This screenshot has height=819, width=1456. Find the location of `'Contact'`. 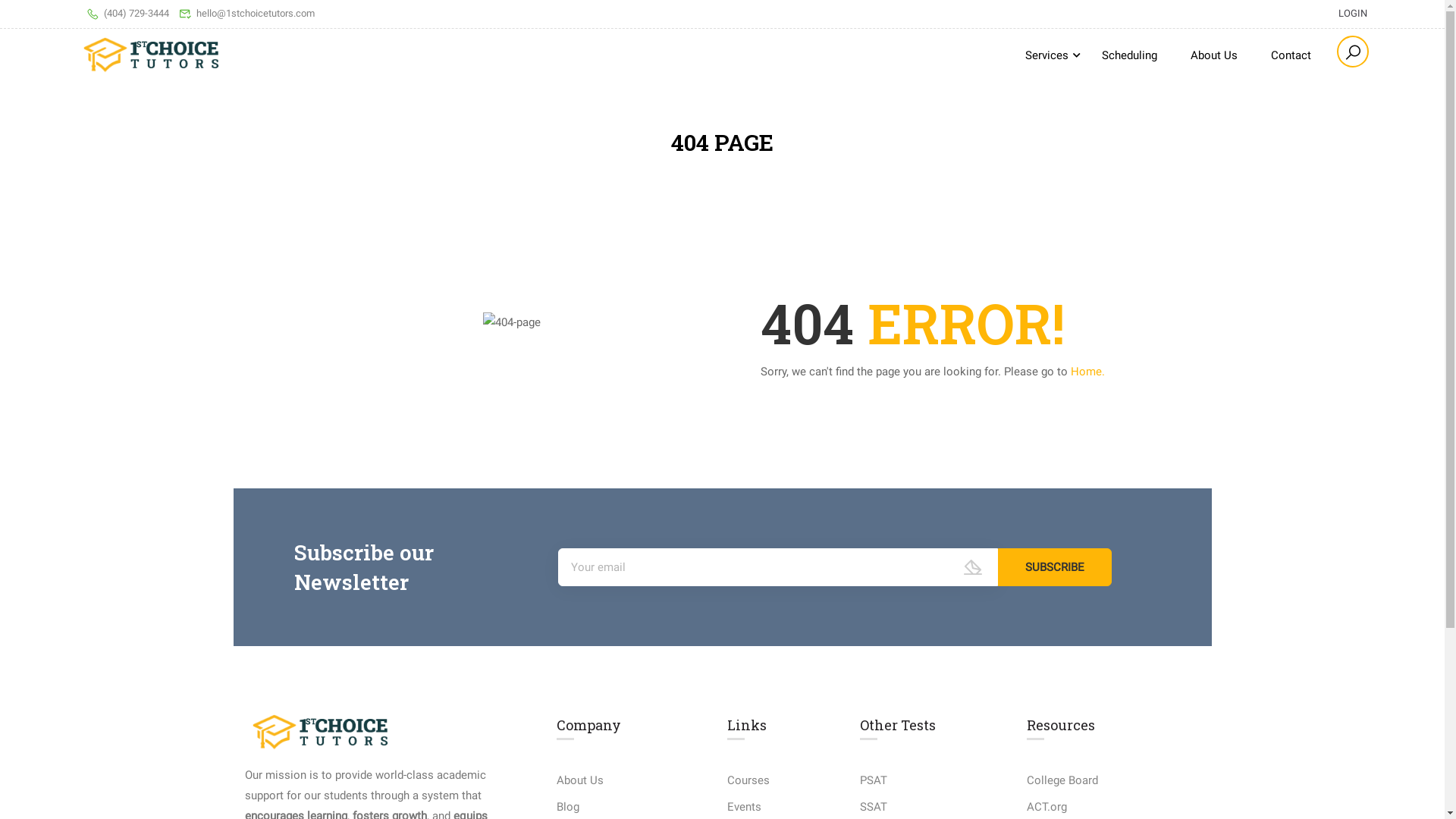

'Contact' is located at coordinates (1290, 54).